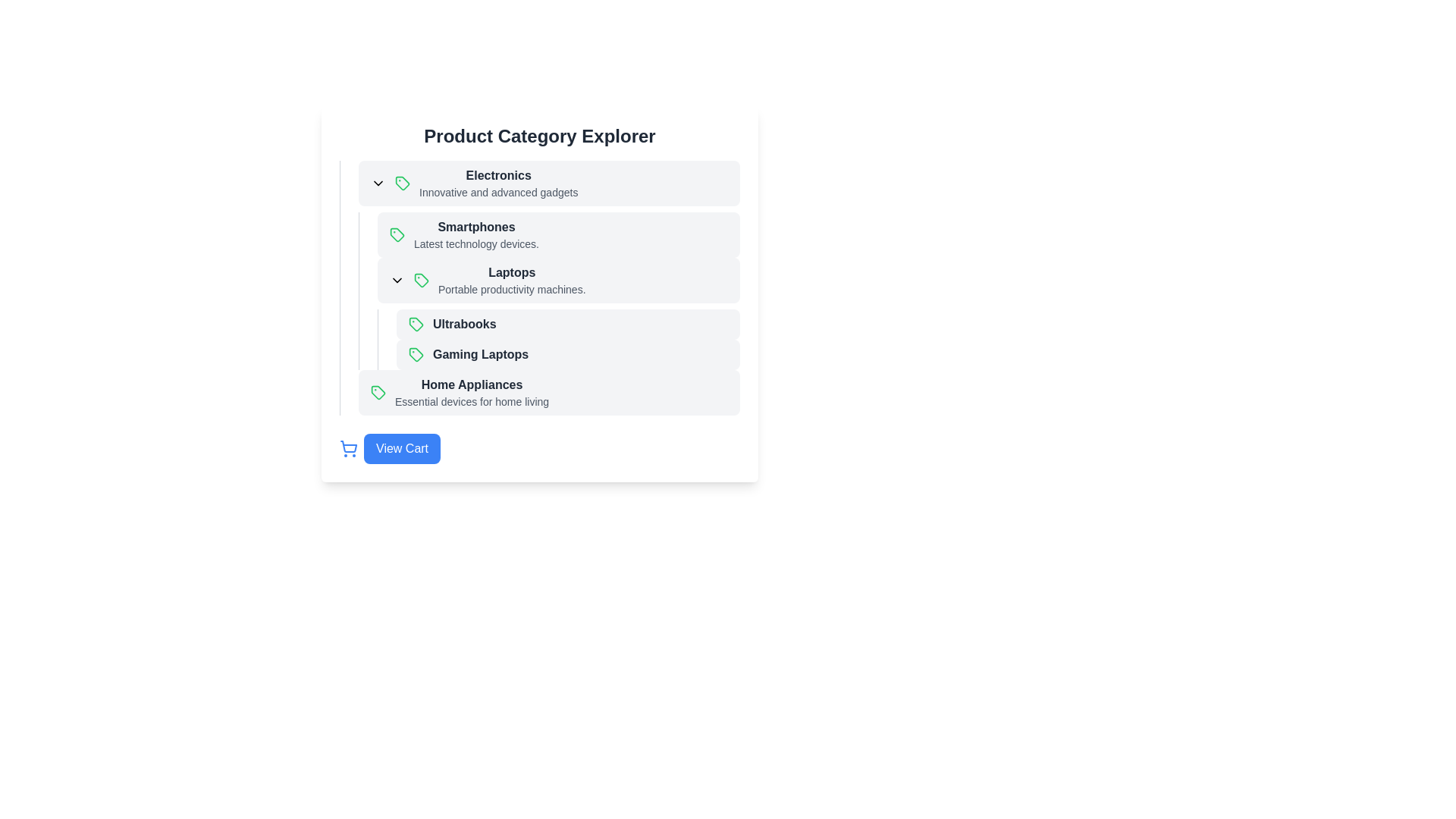 The width and height of the screenshot is (1456, 819). I want to click on the green tag-like icon with a hole-like circle feature located next to the 'Gaming Laptops' sub-item under the 'Laptops' category, so click(416, 354).